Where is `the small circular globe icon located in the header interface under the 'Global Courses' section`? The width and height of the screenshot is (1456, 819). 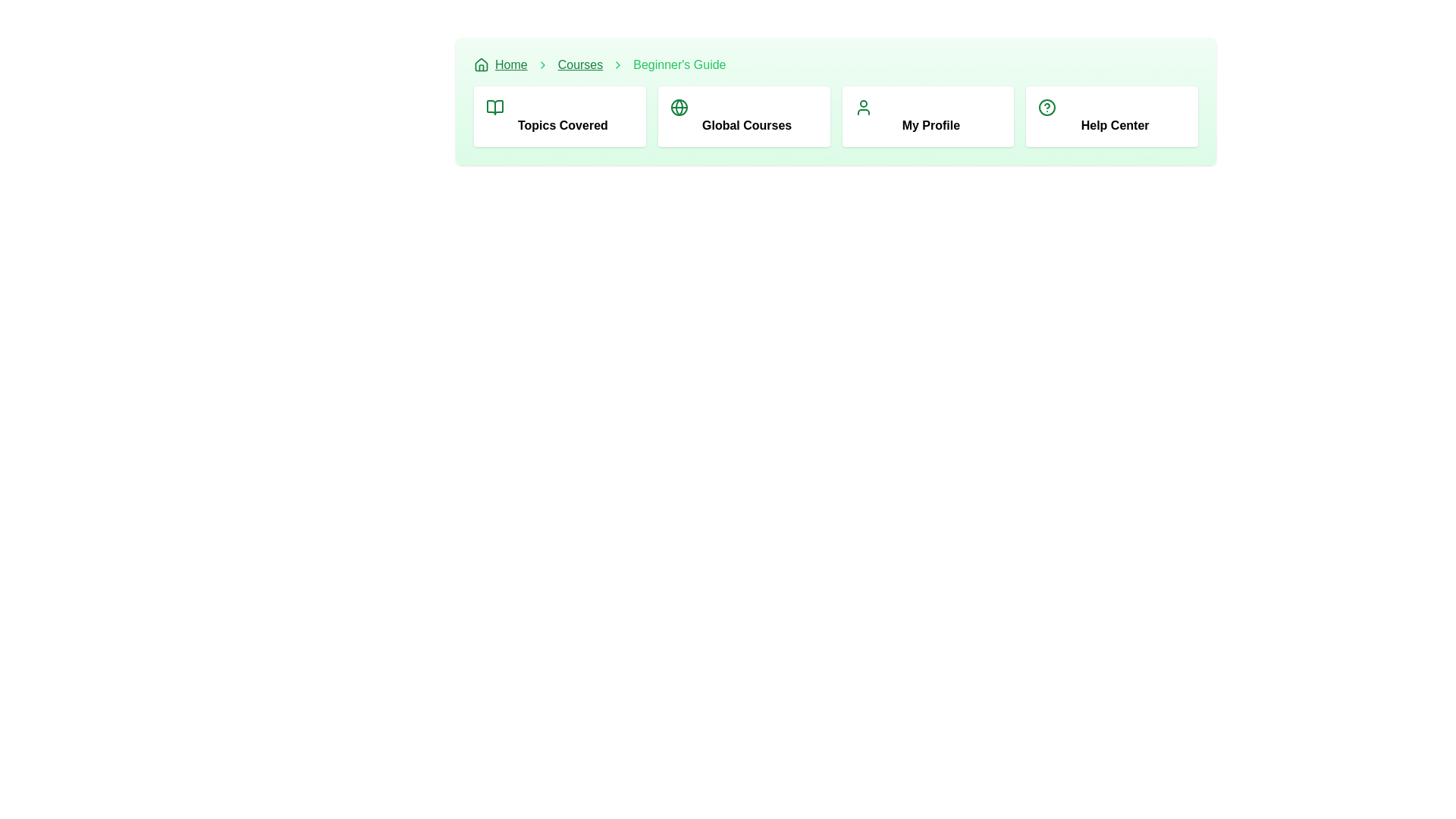 the small circular globe icon located in the header interface under the 'Global Courses' section is located at coordinates (678, 107).